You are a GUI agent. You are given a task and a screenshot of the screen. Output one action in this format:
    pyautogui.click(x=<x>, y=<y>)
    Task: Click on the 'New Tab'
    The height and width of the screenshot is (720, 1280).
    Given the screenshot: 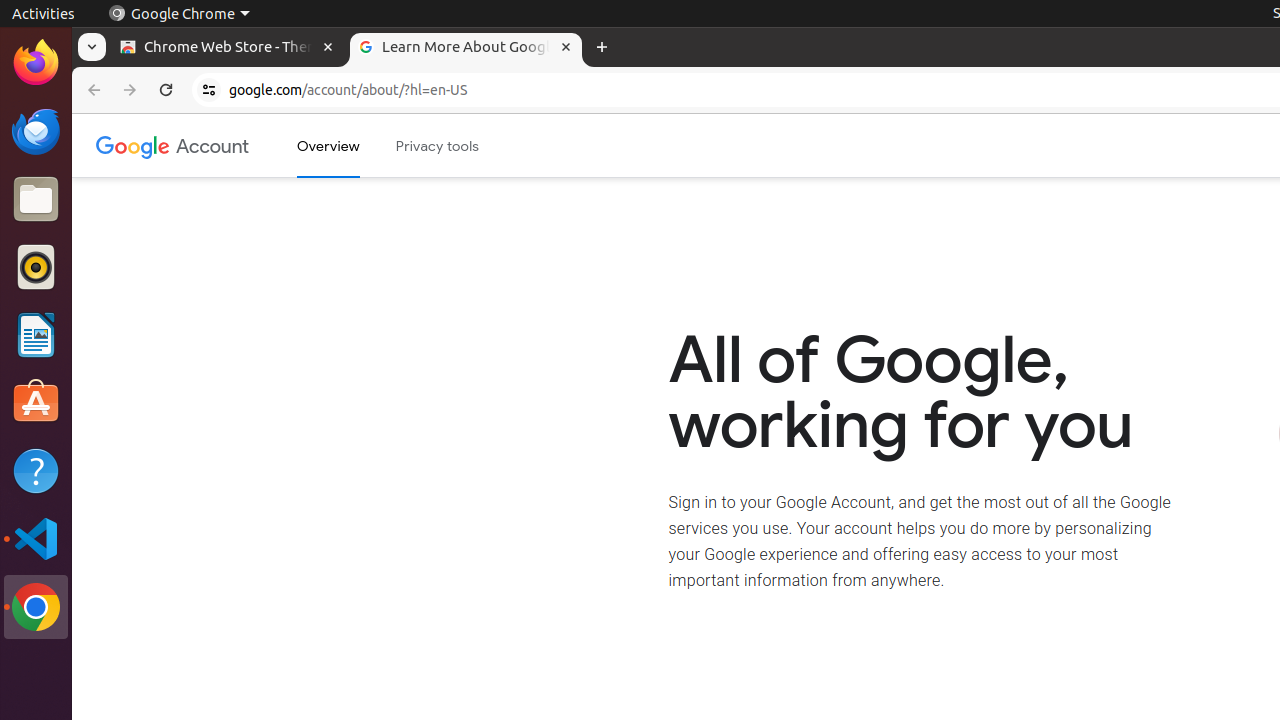 What is the action you would take?
    pyautogui.click(x=600, y=46)
    